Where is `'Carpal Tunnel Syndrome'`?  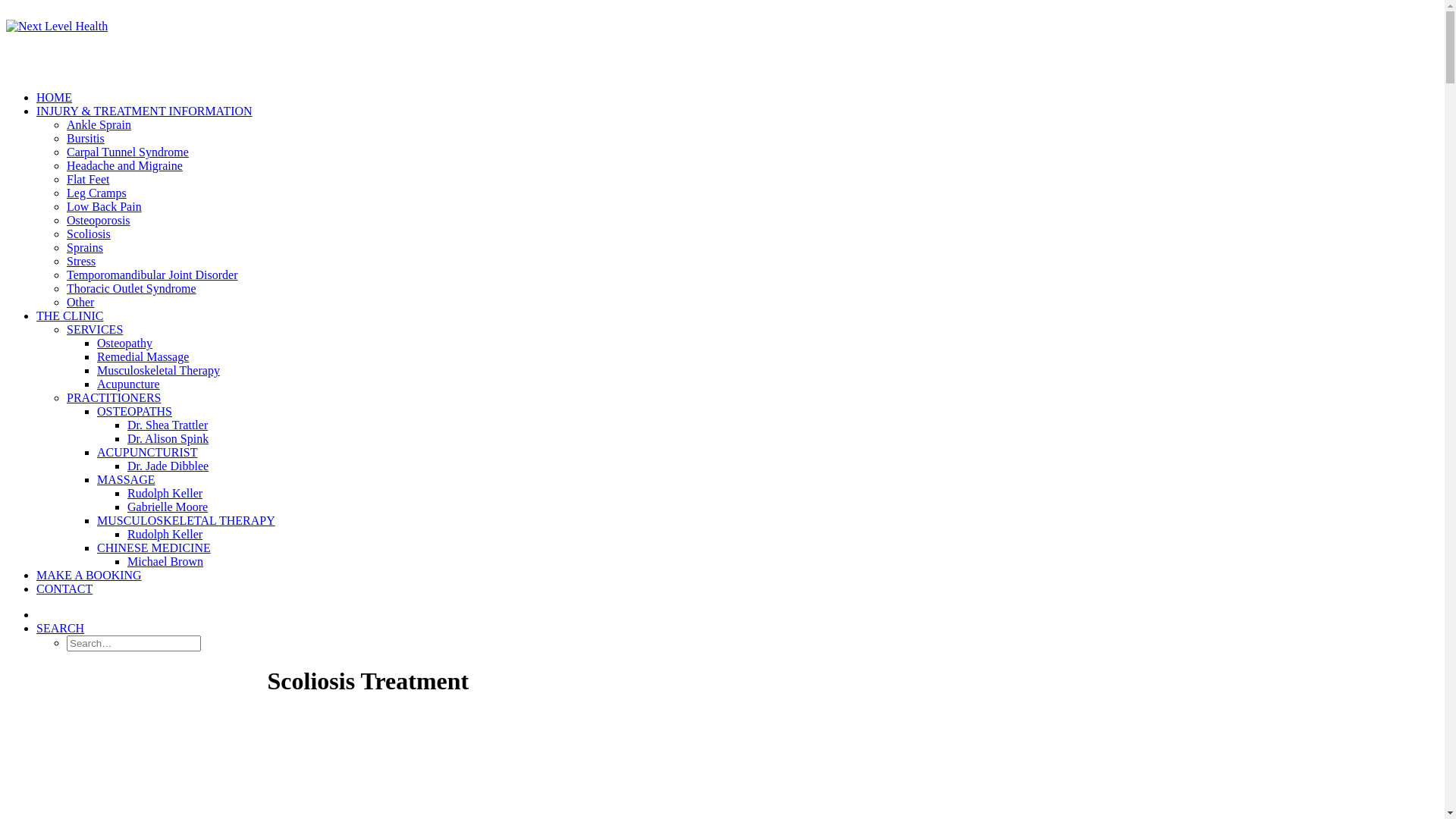 'Carpal Tunnel Syndrome' is located at coordinates (65, 152).